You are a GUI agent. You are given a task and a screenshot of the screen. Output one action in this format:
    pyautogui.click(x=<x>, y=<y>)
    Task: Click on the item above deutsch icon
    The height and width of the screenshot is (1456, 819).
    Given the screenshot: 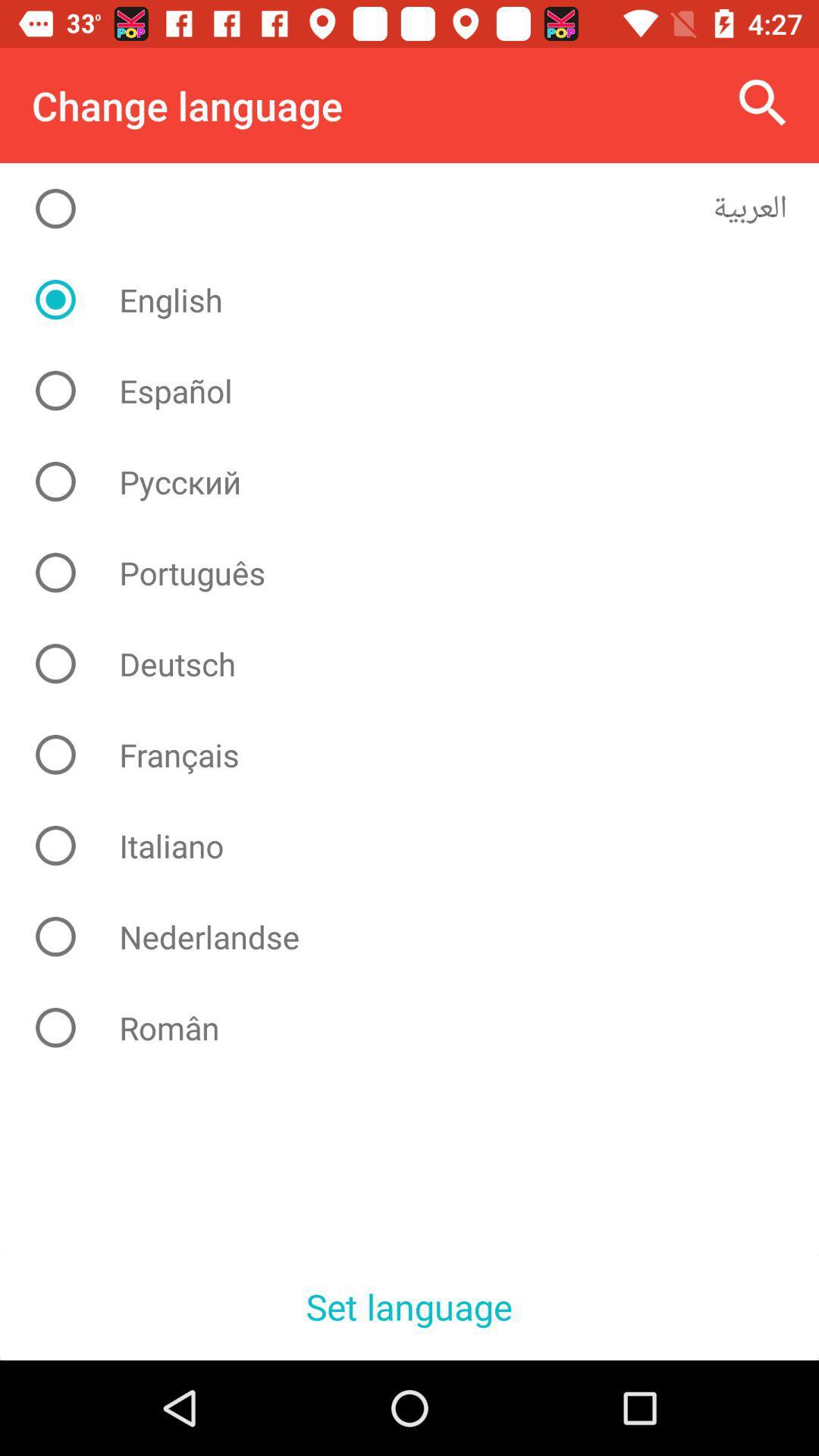 What is the action you would take?
    pyautogui.click(x=421, y=572)
    